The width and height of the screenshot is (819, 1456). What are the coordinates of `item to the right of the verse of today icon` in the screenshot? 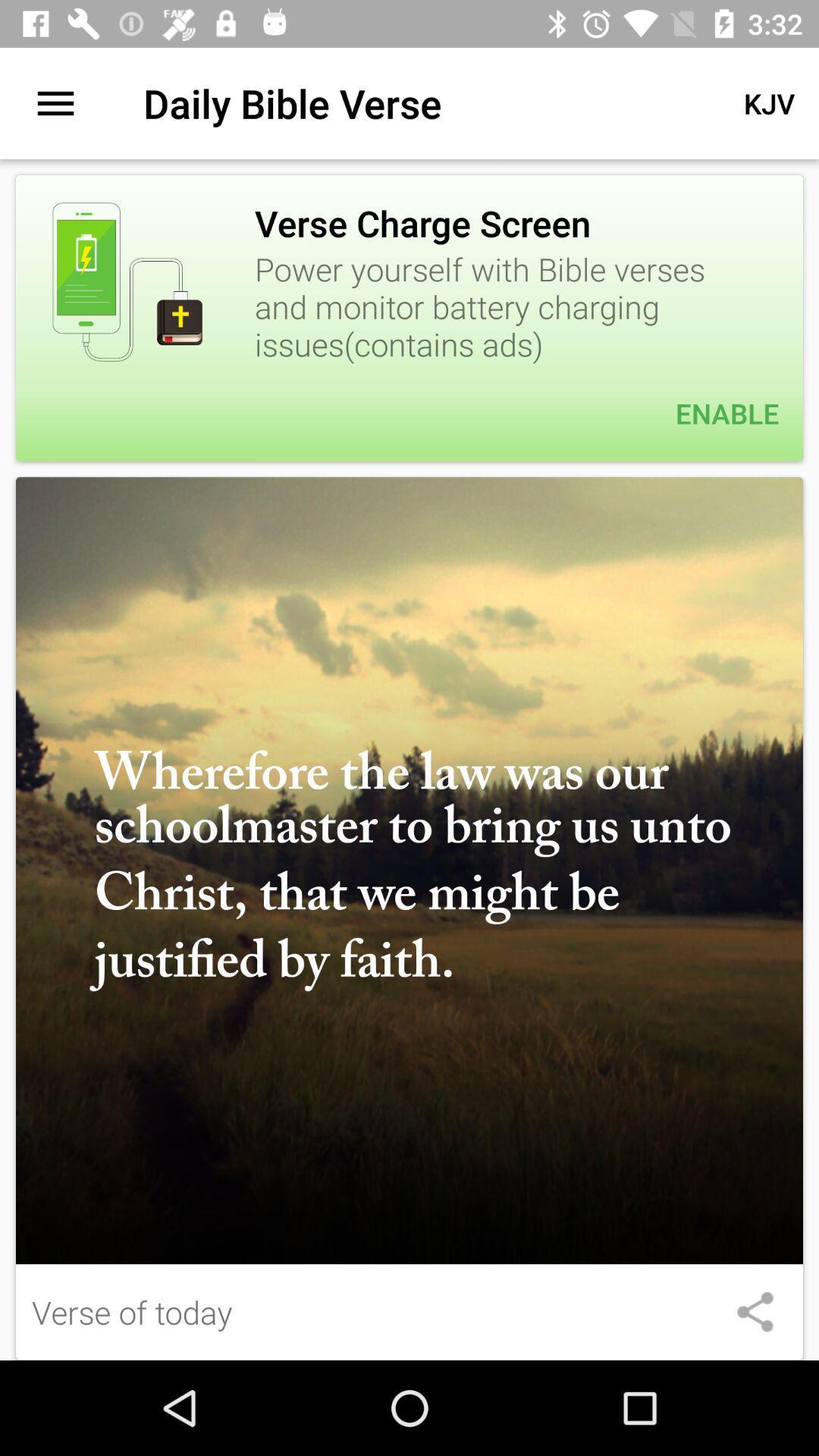 It's located at (755, 1311).